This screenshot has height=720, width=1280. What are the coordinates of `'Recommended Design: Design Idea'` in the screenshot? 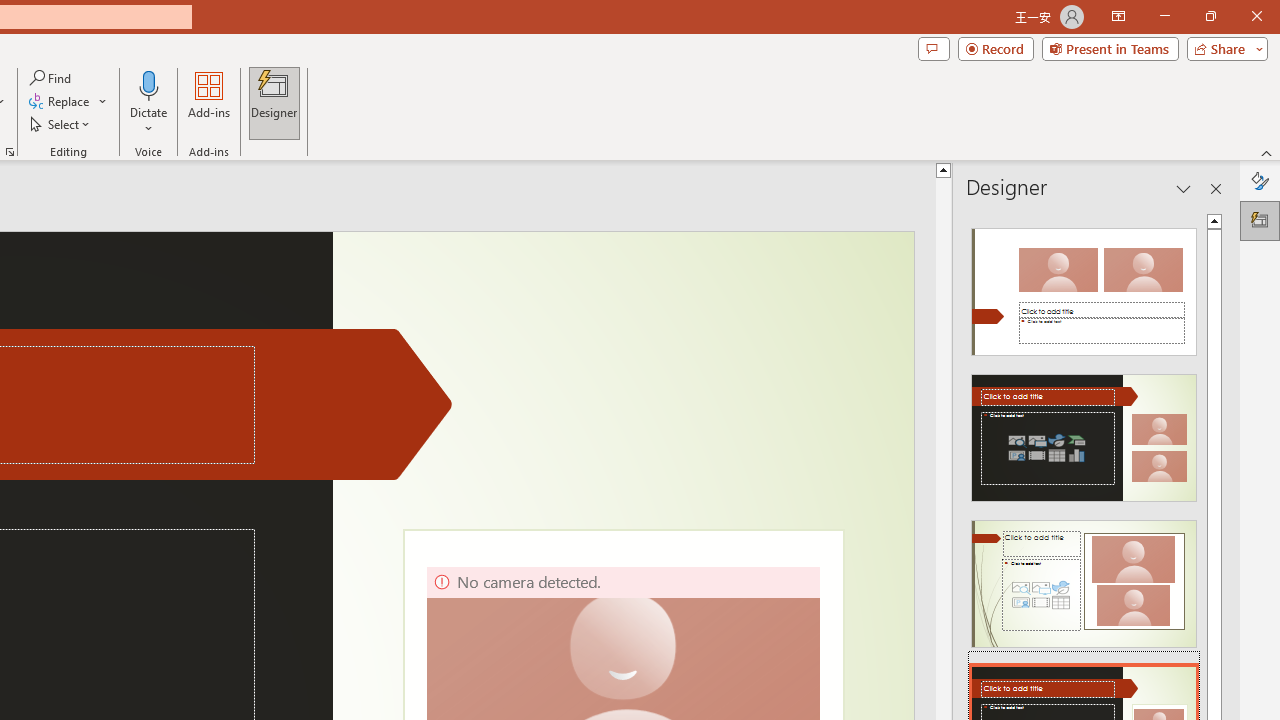 It's located at (1083, 286).